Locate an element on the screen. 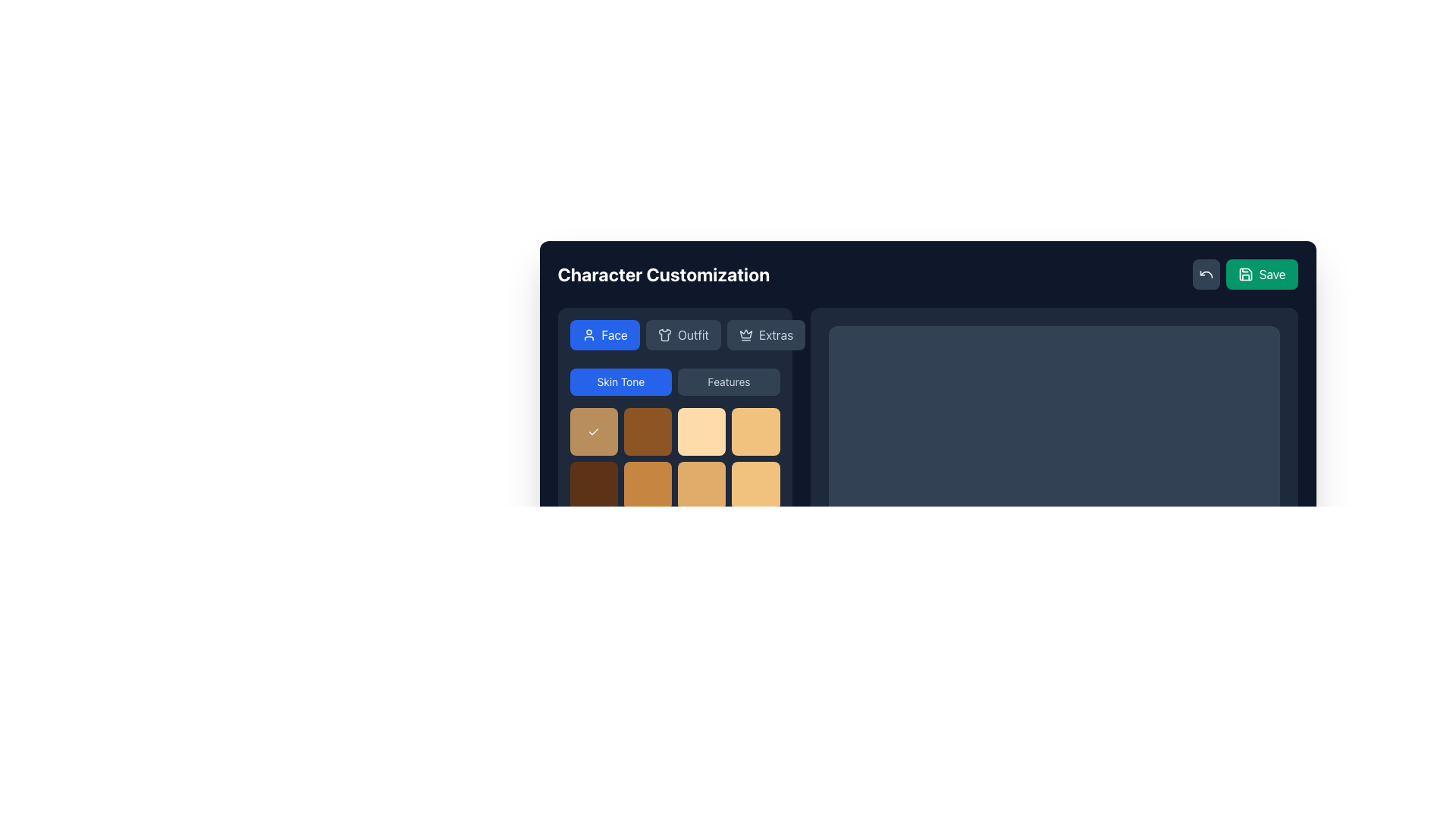 The width and height of the screenshot is (1456, 819). the 'Skin Tone' button, which is a rectangular button with rounded corners and a blue background is located at coordinates (620, 381).